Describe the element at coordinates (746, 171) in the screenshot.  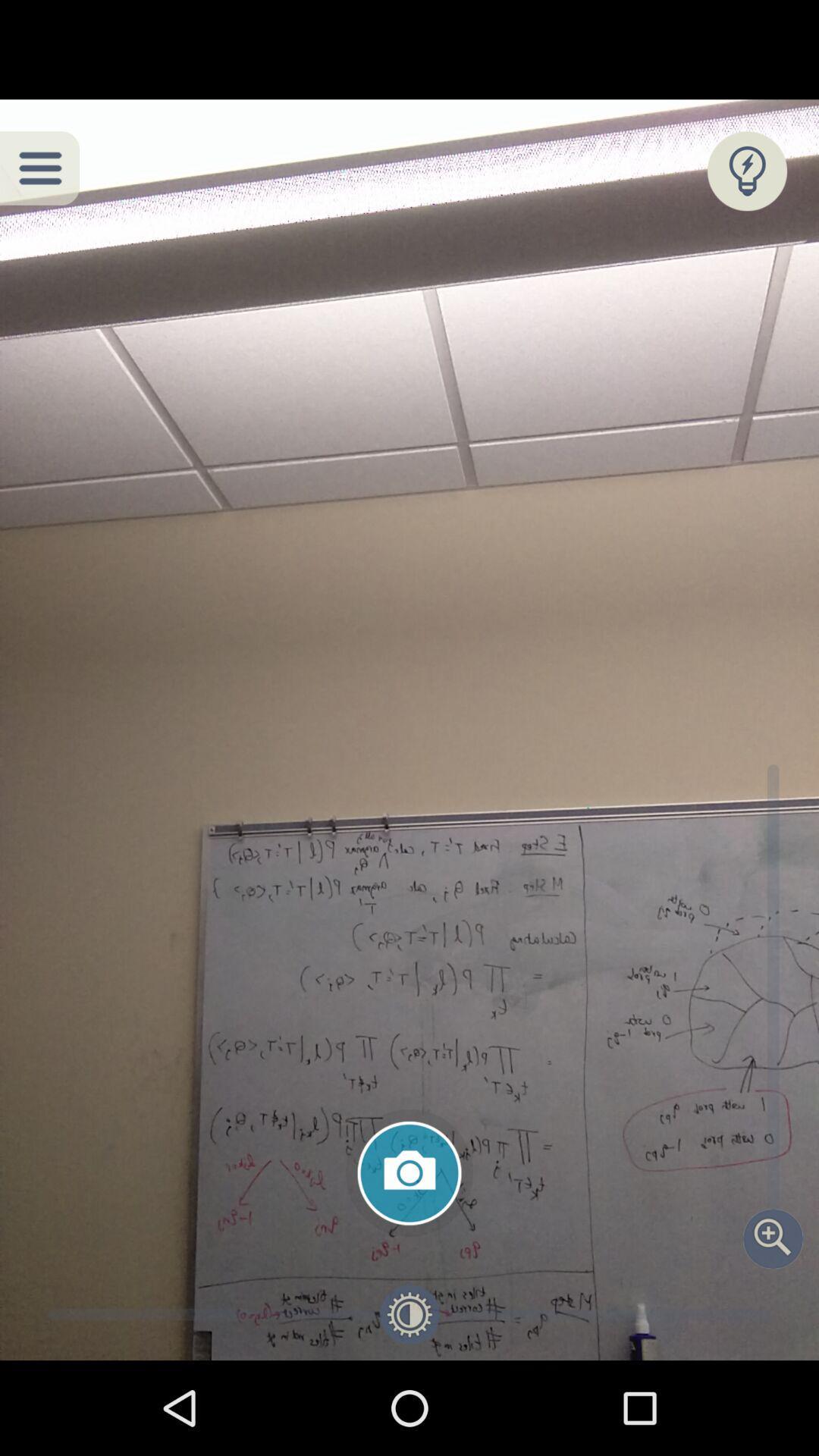
I see `the help icon` at that location.